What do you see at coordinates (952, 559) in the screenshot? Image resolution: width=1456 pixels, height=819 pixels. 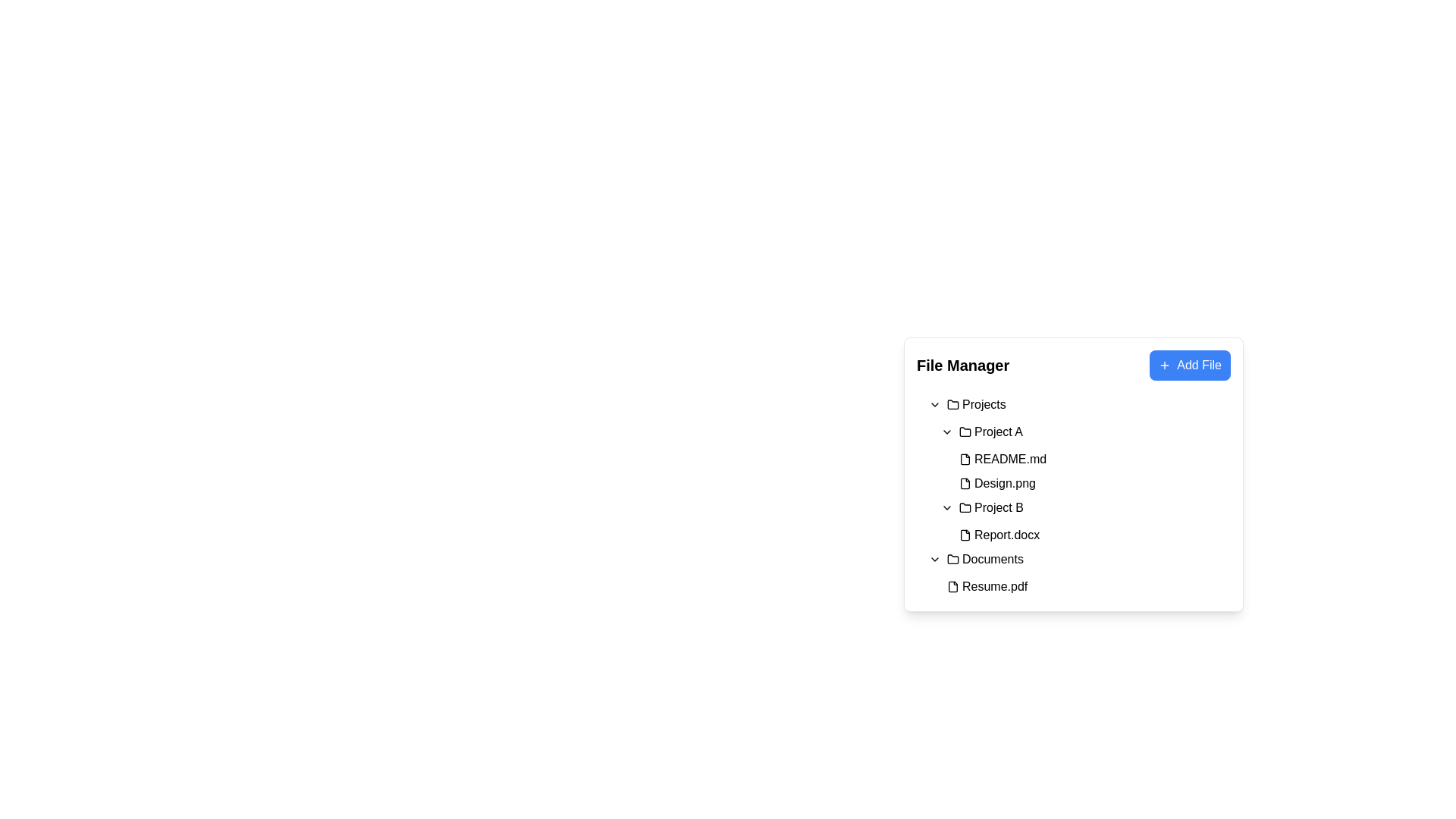 I see `the folder icon located to the left of the text 'Documents' in the file manager layout` at bounding box center [952, 559].